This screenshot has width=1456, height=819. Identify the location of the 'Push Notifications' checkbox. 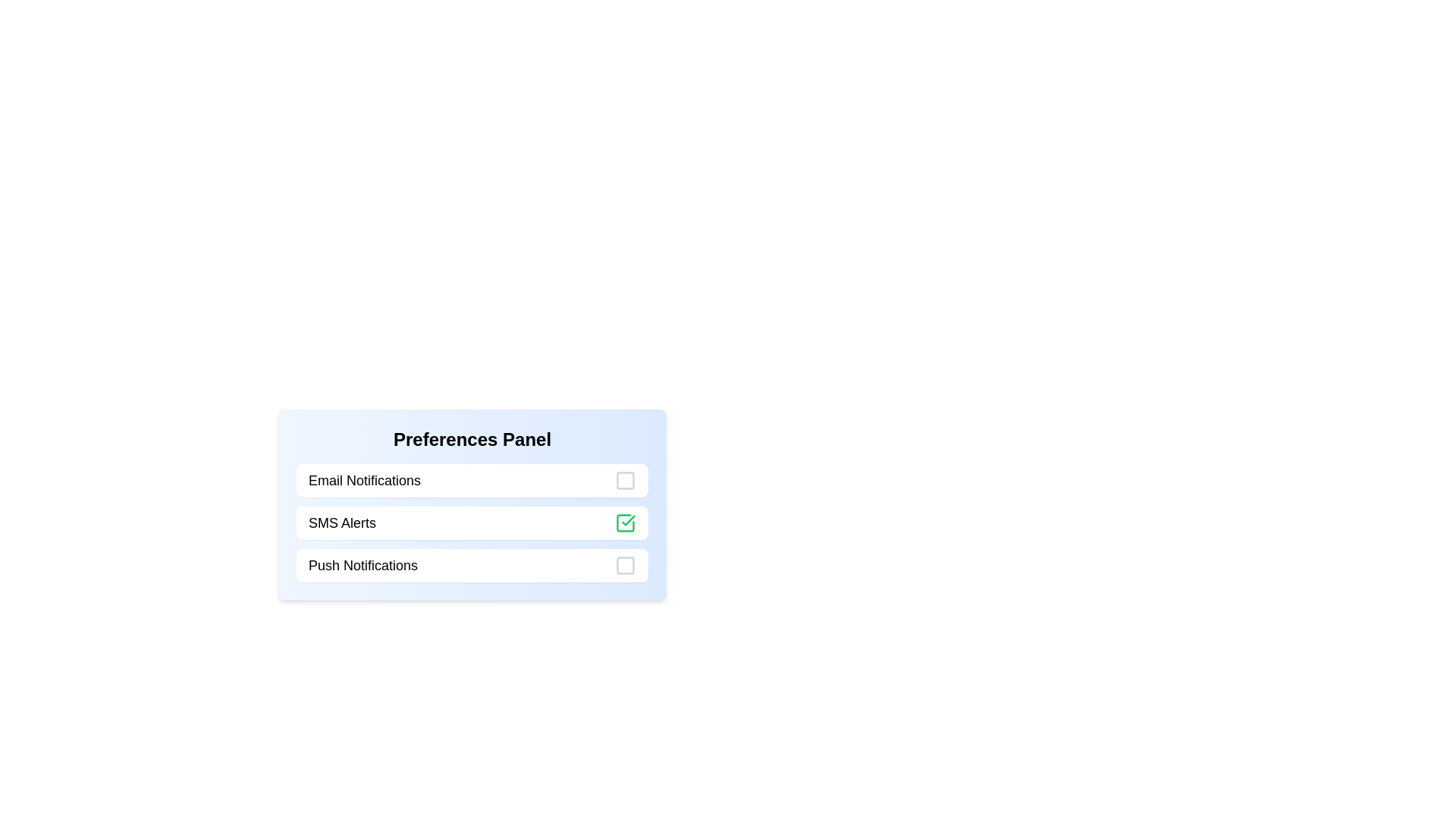
(472, 565).